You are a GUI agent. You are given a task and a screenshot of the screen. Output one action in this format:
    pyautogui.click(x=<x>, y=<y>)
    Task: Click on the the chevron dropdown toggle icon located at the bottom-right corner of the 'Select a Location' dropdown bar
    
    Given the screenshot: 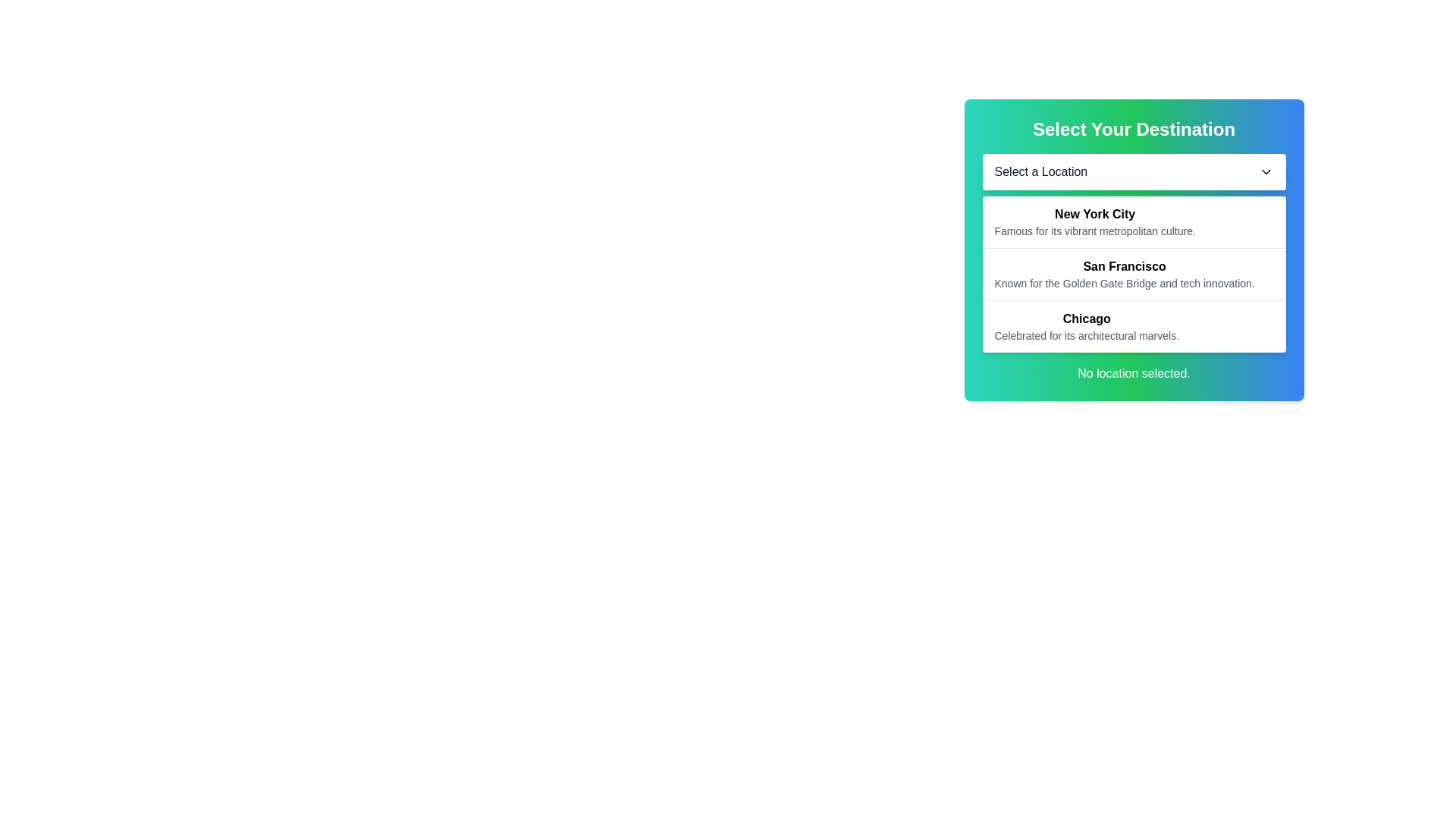 What is the action you would take?
    pyautogui.click(x=1266, y=171)
    